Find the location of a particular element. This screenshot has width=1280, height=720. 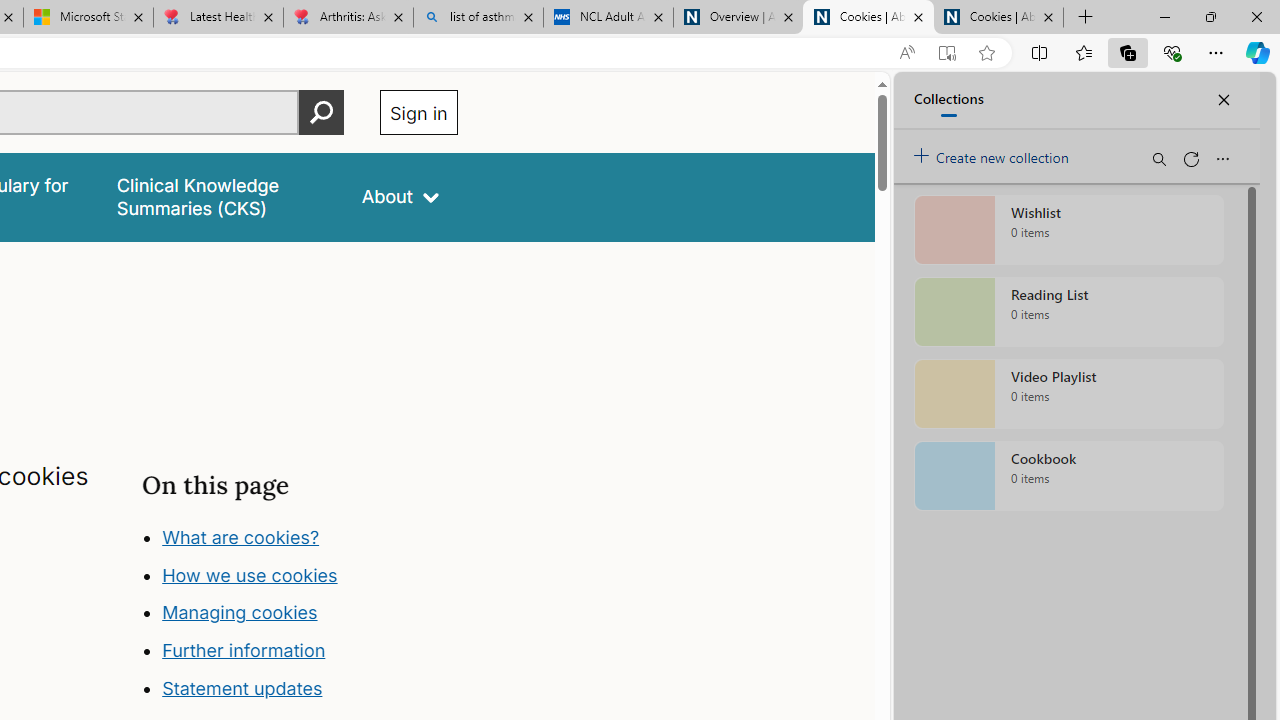

'What are cookies?' is located at coordinates (240, 536).